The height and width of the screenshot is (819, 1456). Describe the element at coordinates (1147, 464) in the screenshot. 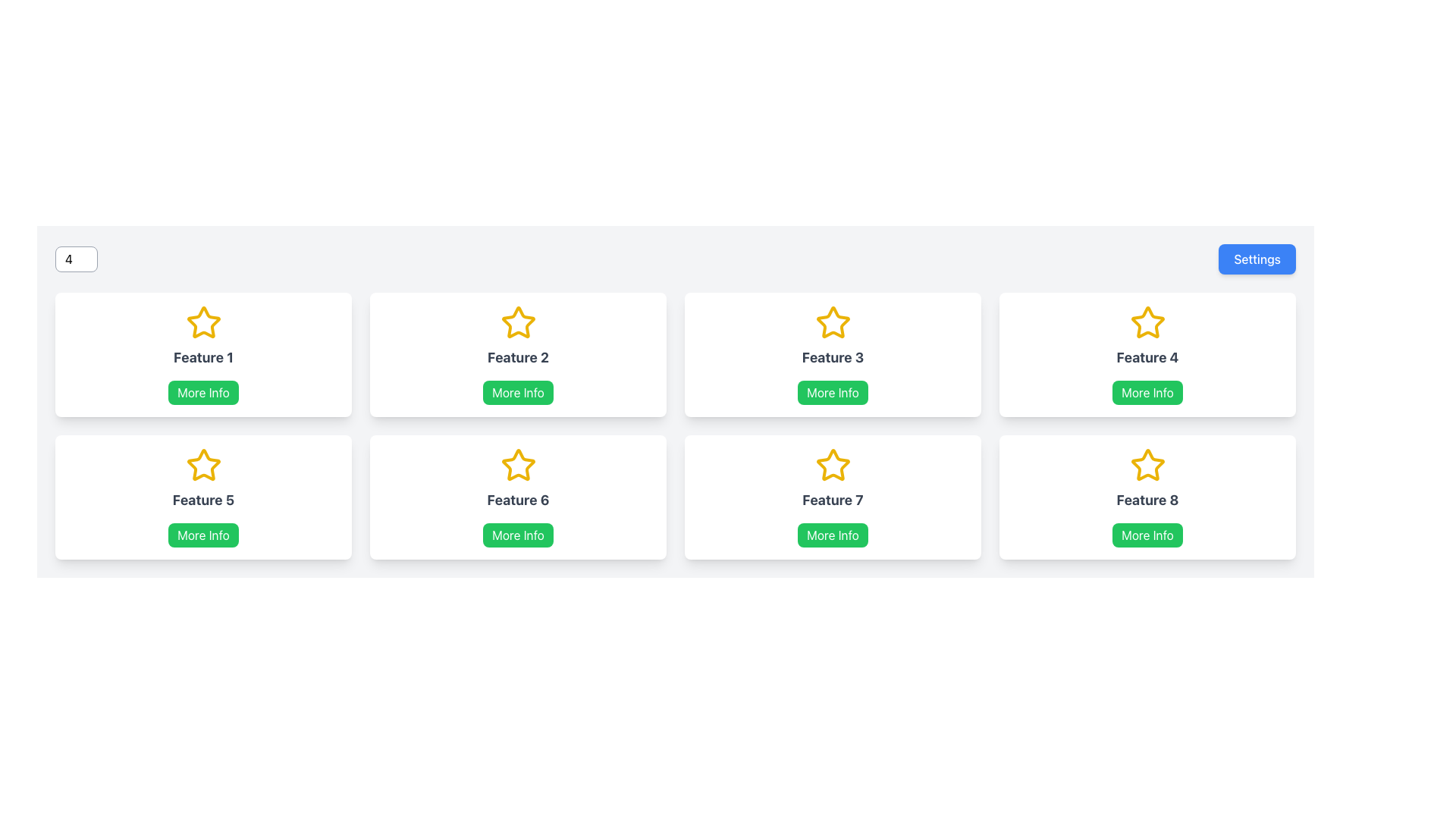

I see `the star icon located above the text 'Feature 8' on the card within the grid, symbolizing importance or popularity` at that location.